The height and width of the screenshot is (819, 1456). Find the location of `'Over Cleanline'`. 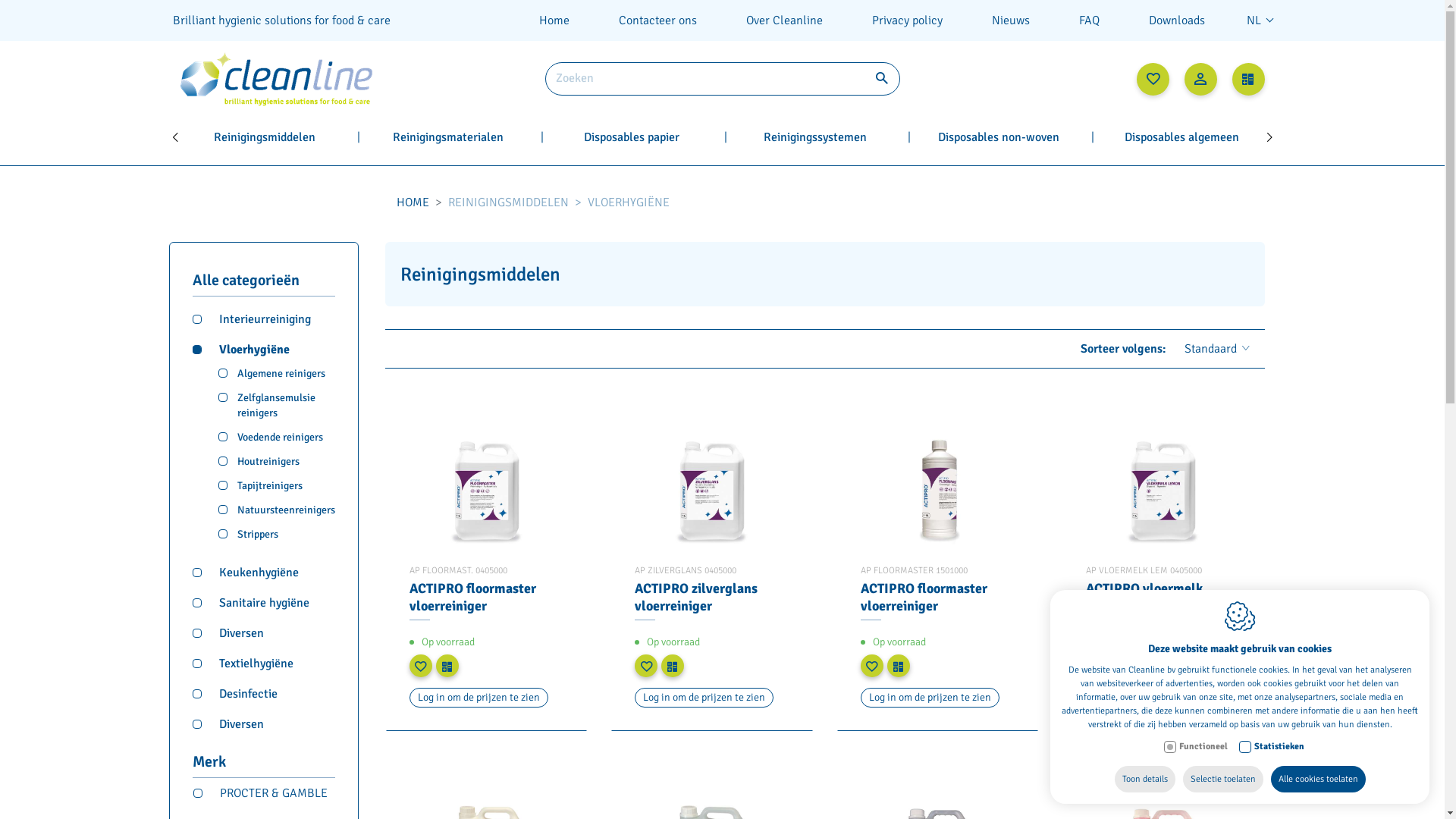

'Over Cleanline' is located at coordinates (783, 20).